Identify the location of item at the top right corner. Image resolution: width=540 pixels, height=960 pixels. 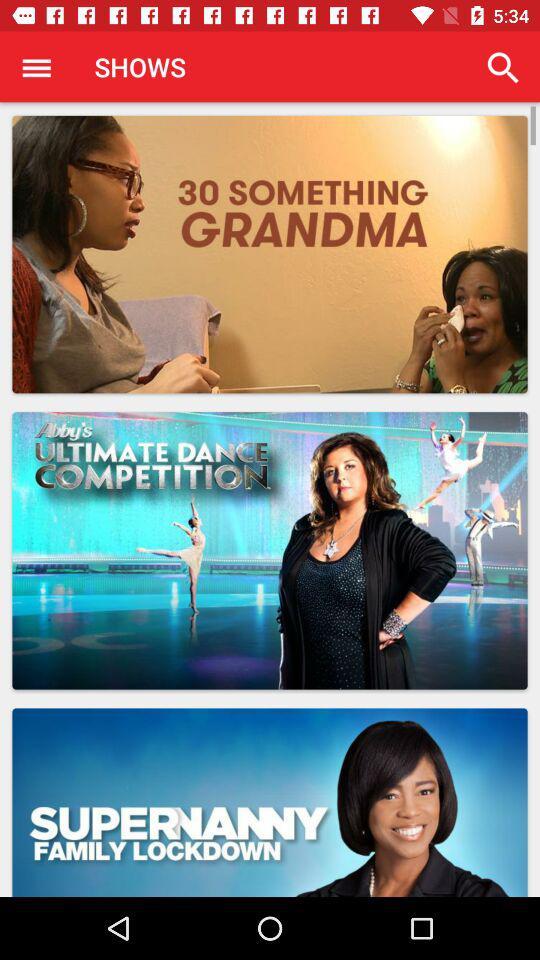
(502, 67).